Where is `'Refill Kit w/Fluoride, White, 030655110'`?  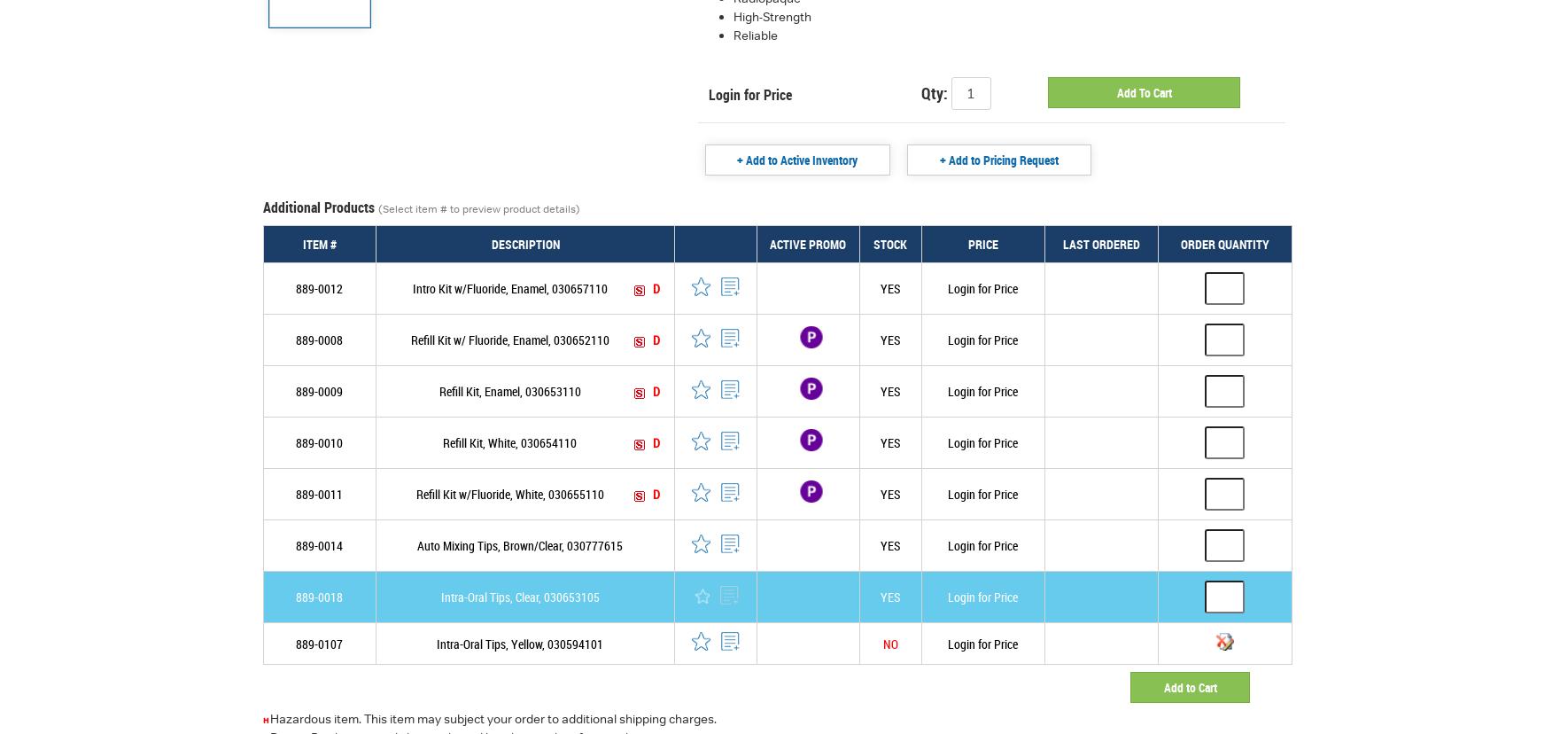 'Refill Kit w/Fluoride, White, 030655110' is located at coordinates (509, 494).